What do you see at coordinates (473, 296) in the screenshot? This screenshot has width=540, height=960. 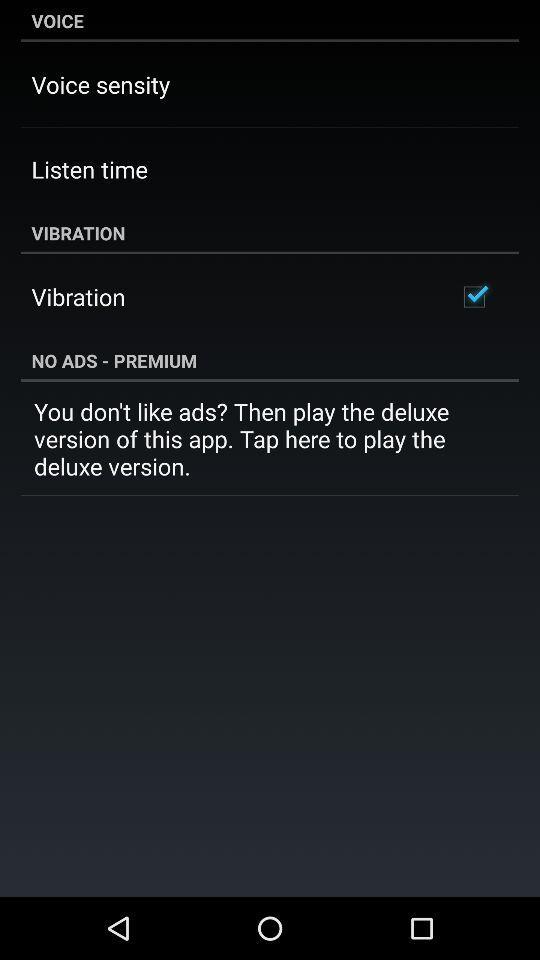 I see `icon next to the vibration icon` at bounding box center [473, 296].